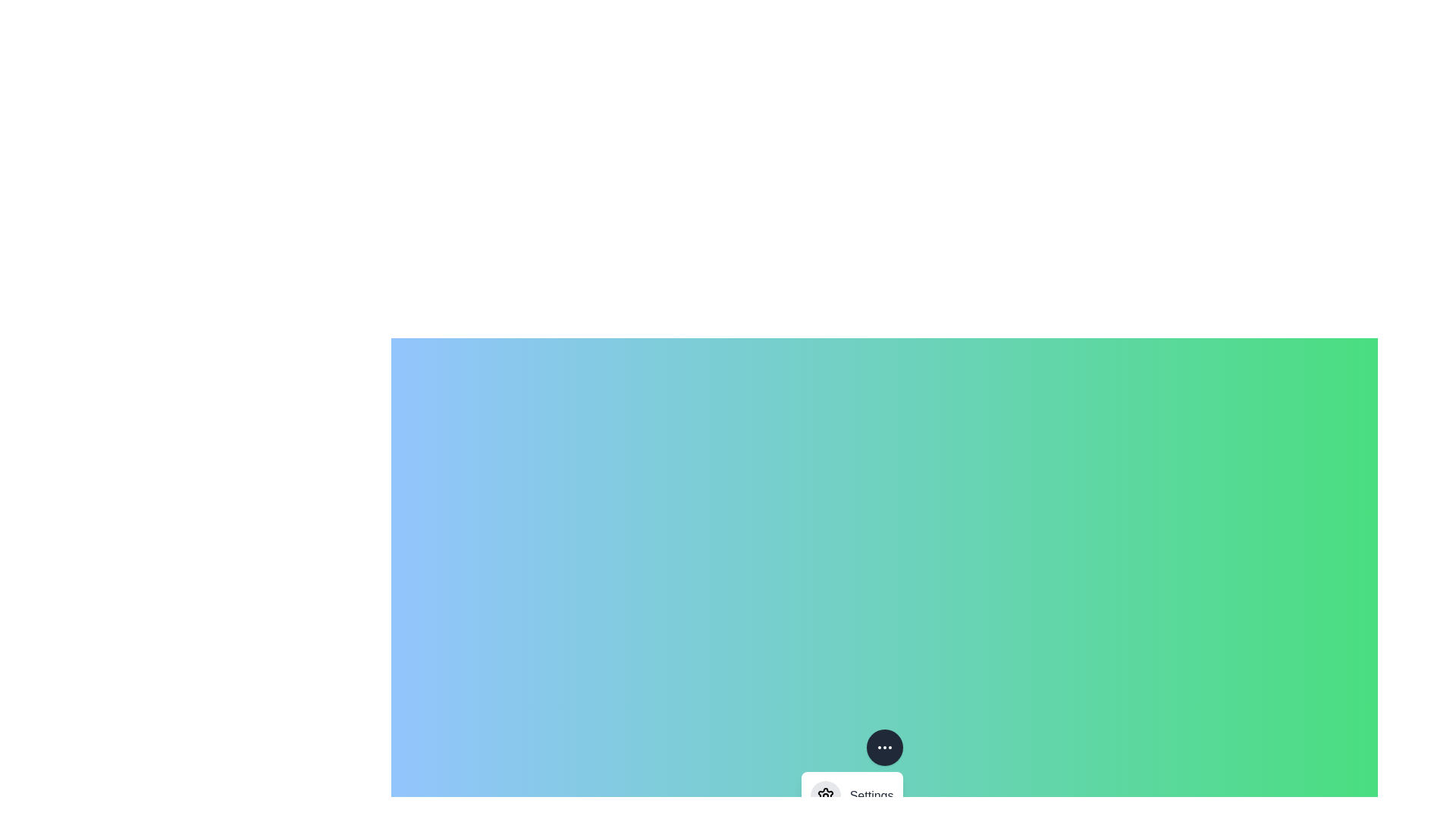 The image size is (1456, 819). What do you see at coordinates (852, 795) in the screenshot?
I see `the 'Settings' menu option` at bounding box center [852, 795].